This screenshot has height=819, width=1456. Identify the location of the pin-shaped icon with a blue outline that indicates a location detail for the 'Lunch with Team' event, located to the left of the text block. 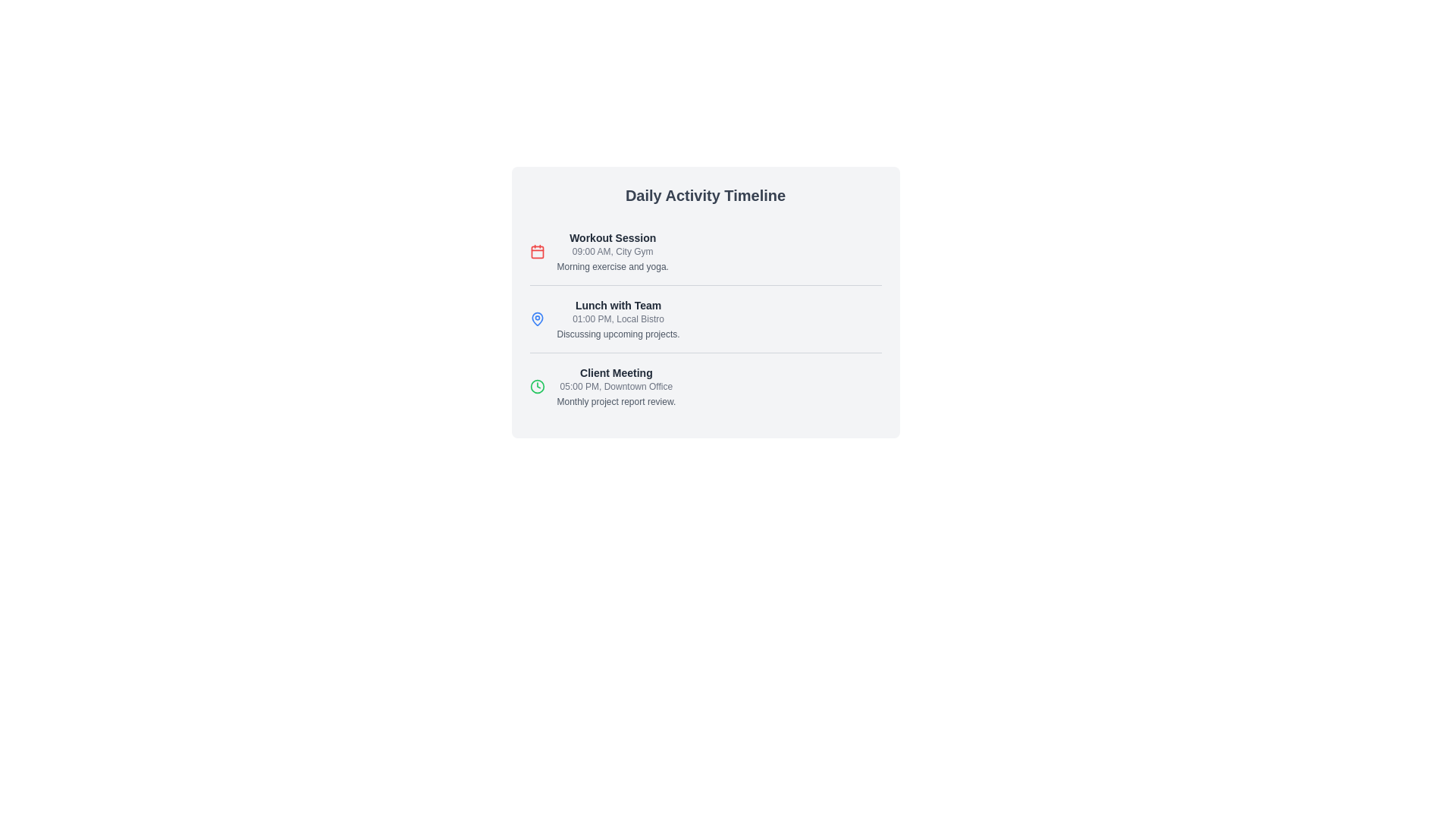
(537, 318).